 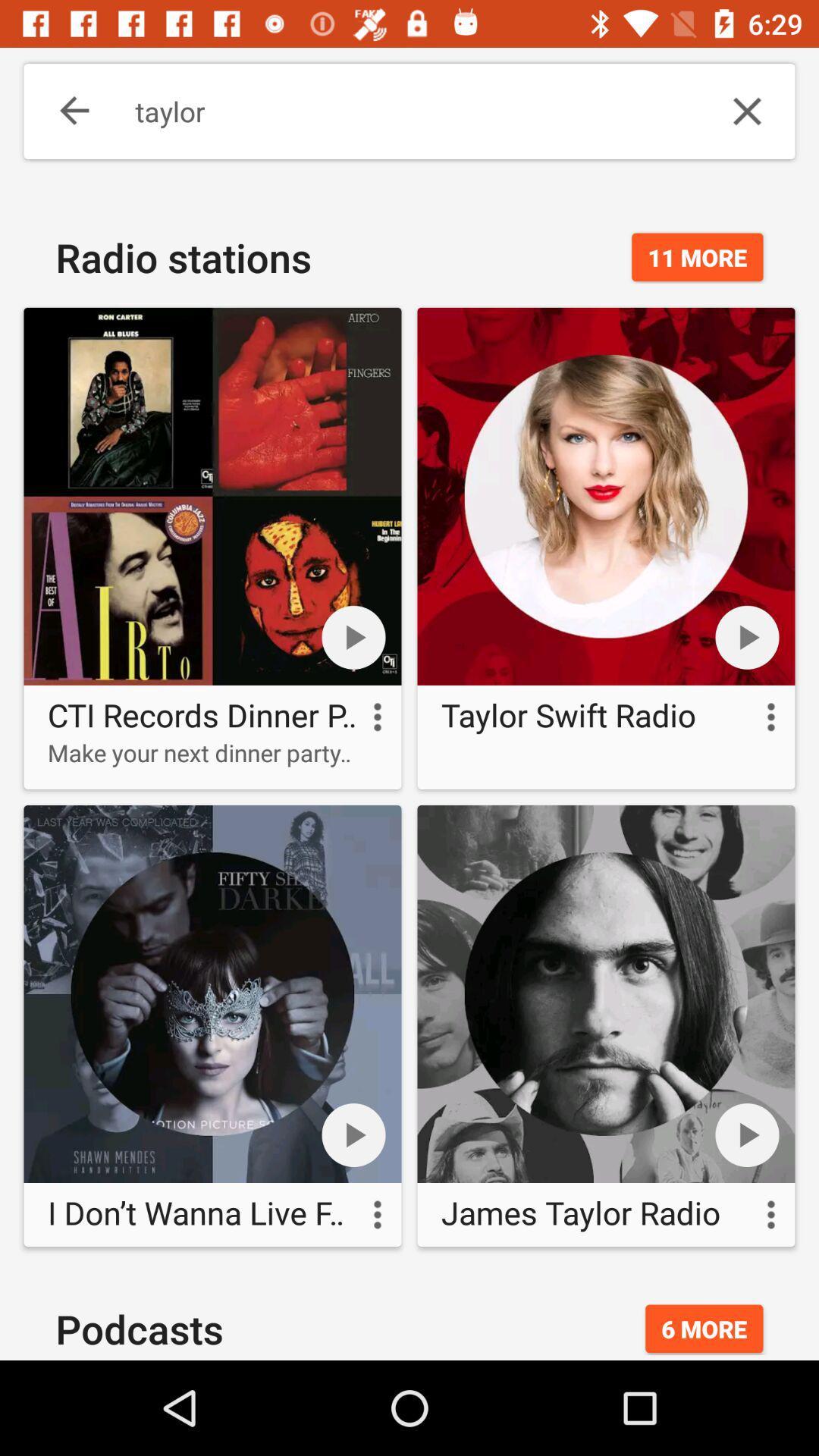 I want to click on the icon next to podcasts, so click(x=704, y=1328).